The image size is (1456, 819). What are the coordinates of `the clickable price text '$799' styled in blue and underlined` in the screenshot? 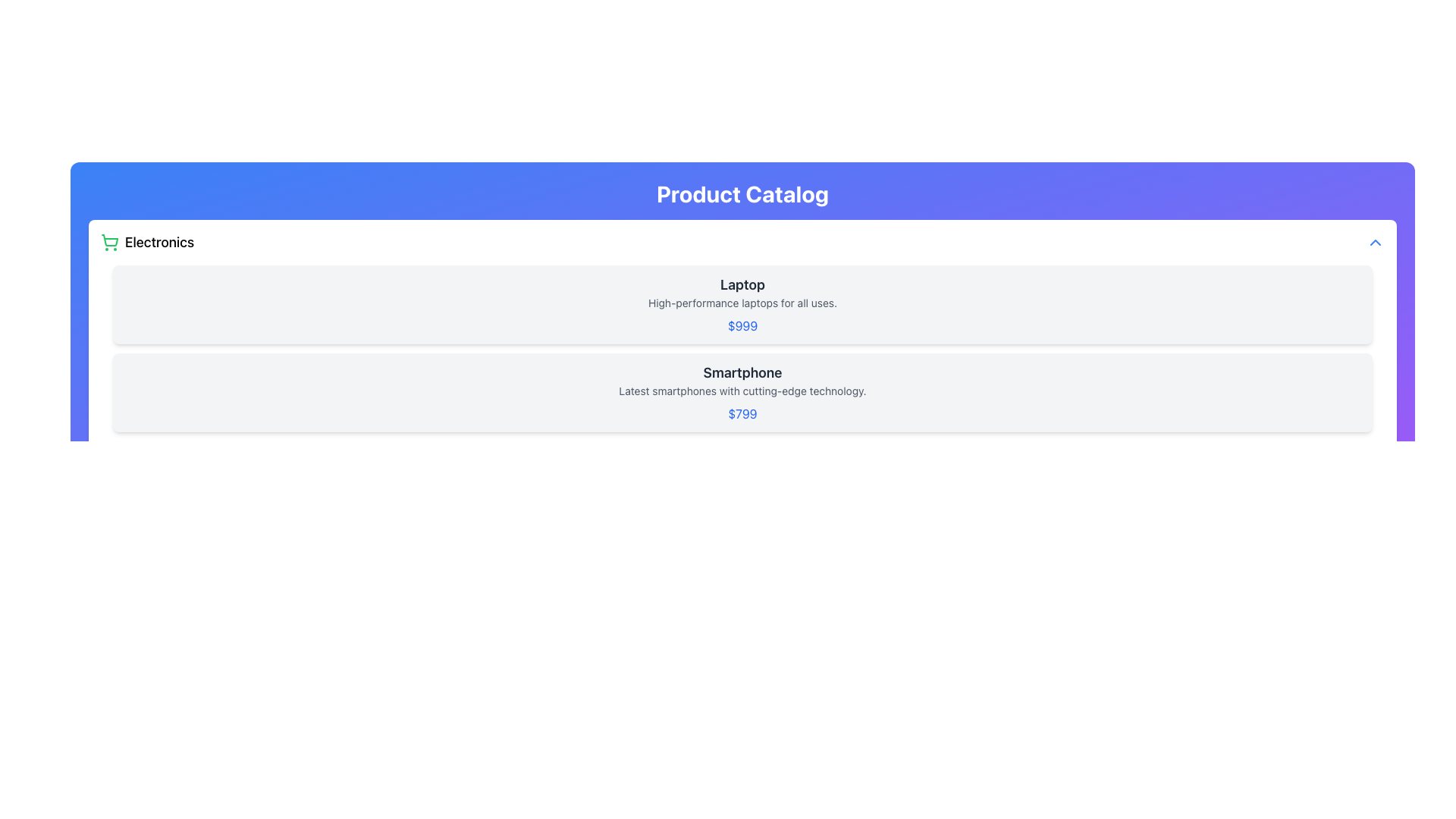 It's located at (742, 414).